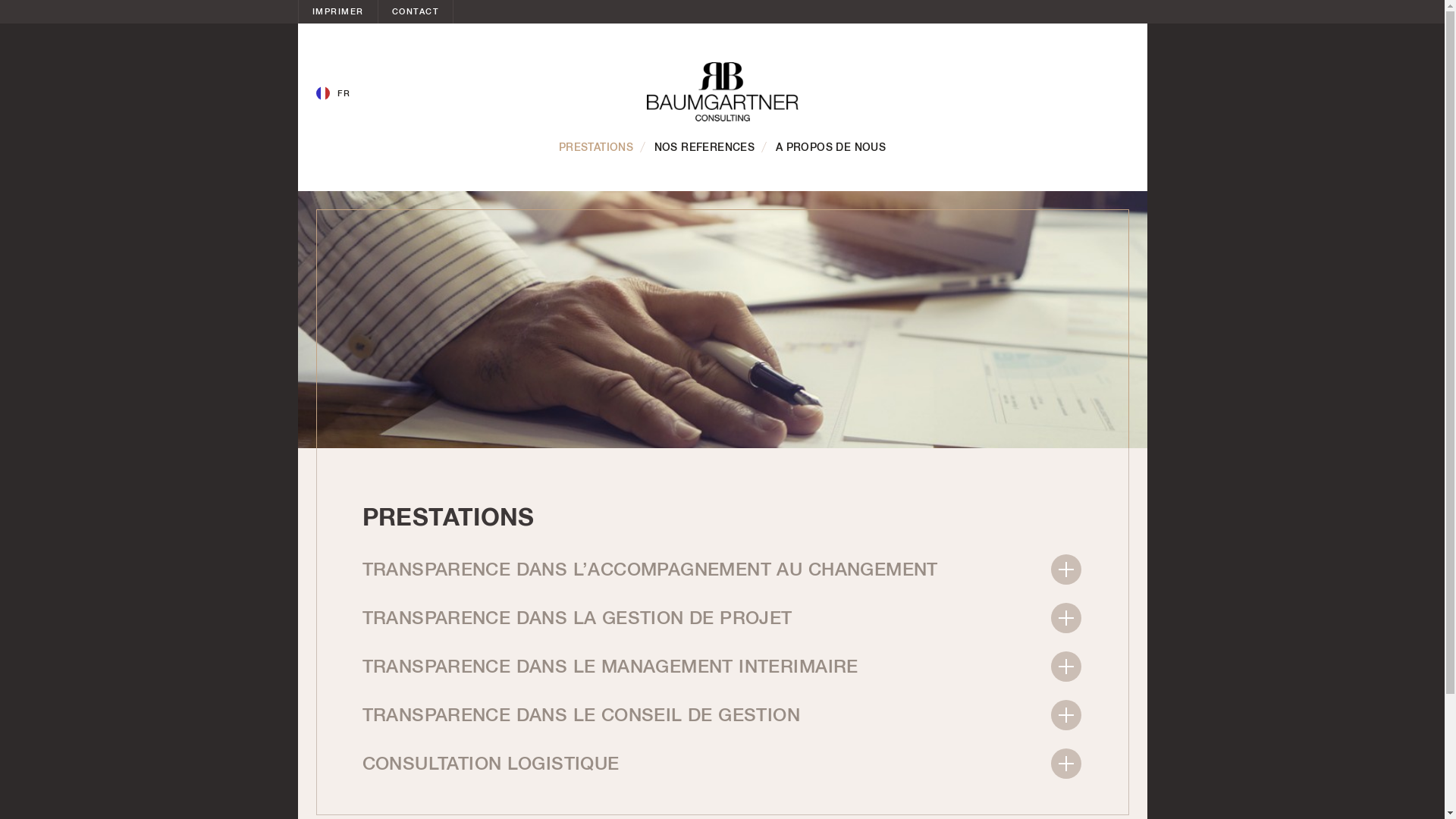 The image size is (1456, 819). Describe the element at coordinates (595, 148) in the screenshot. I see `'PRESTATIONS'` at that location.